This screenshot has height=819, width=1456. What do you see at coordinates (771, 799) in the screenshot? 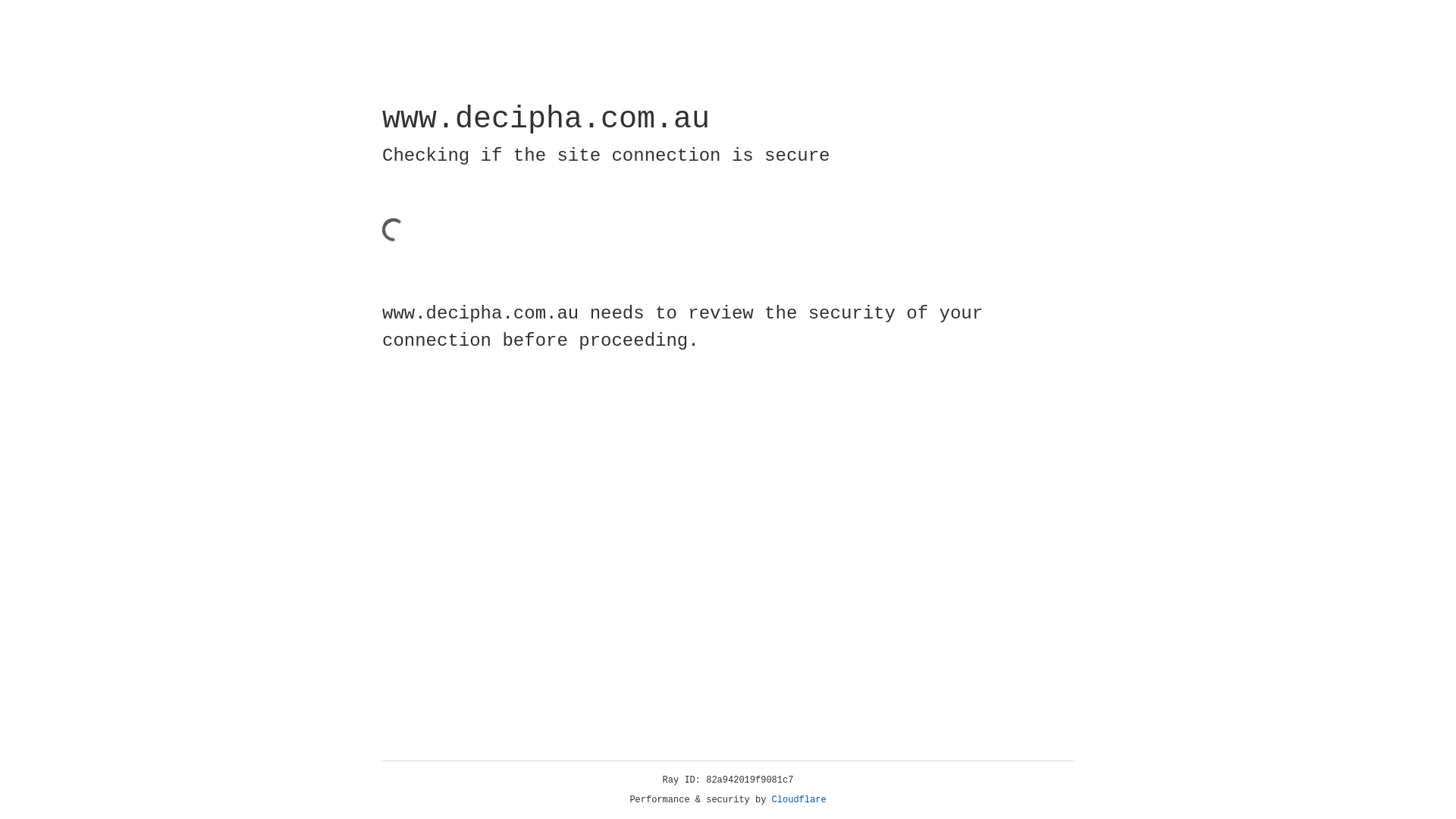
I see `'Cloudflare'` at bounding box center [771, 799].